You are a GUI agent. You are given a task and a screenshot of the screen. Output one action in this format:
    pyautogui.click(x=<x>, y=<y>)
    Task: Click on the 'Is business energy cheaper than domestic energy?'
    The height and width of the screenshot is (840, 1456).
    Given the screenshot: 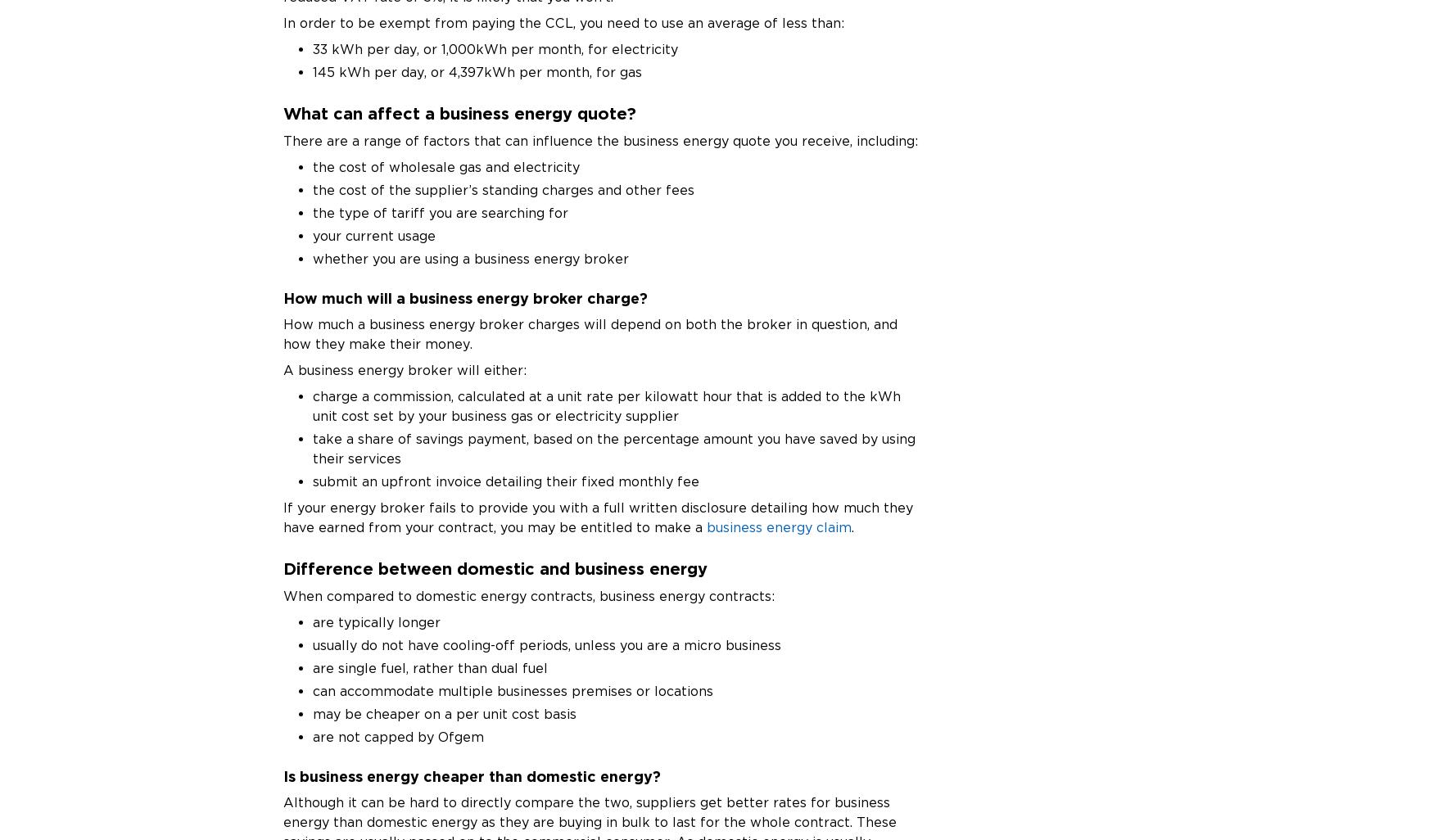 What is the action you would take?
    pyautogui.click(x=471, y=775)
    